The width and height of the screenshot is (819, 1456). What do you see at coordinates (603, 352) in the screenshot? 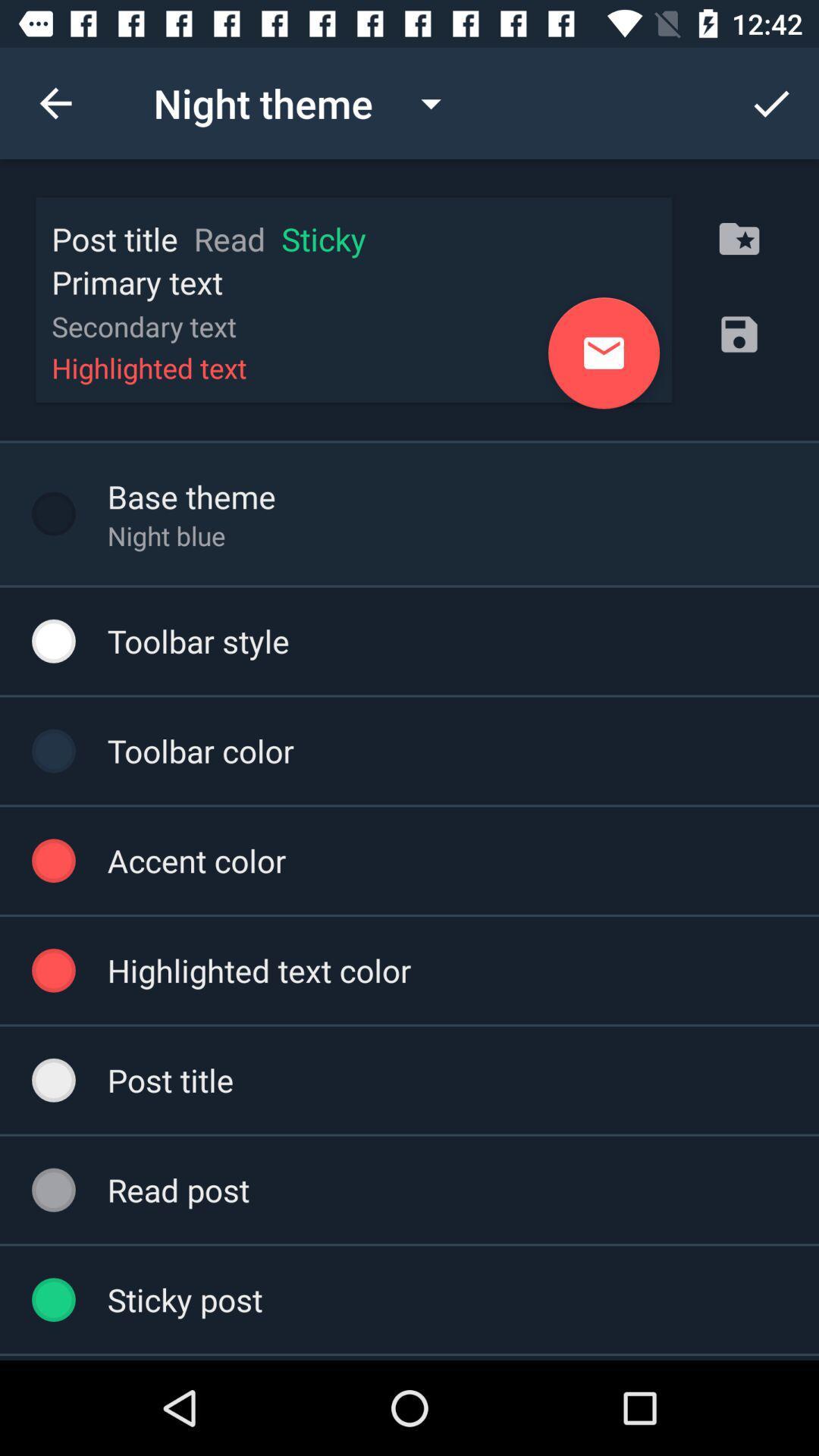
I see `the email icon` at bounding box center [603, 352].